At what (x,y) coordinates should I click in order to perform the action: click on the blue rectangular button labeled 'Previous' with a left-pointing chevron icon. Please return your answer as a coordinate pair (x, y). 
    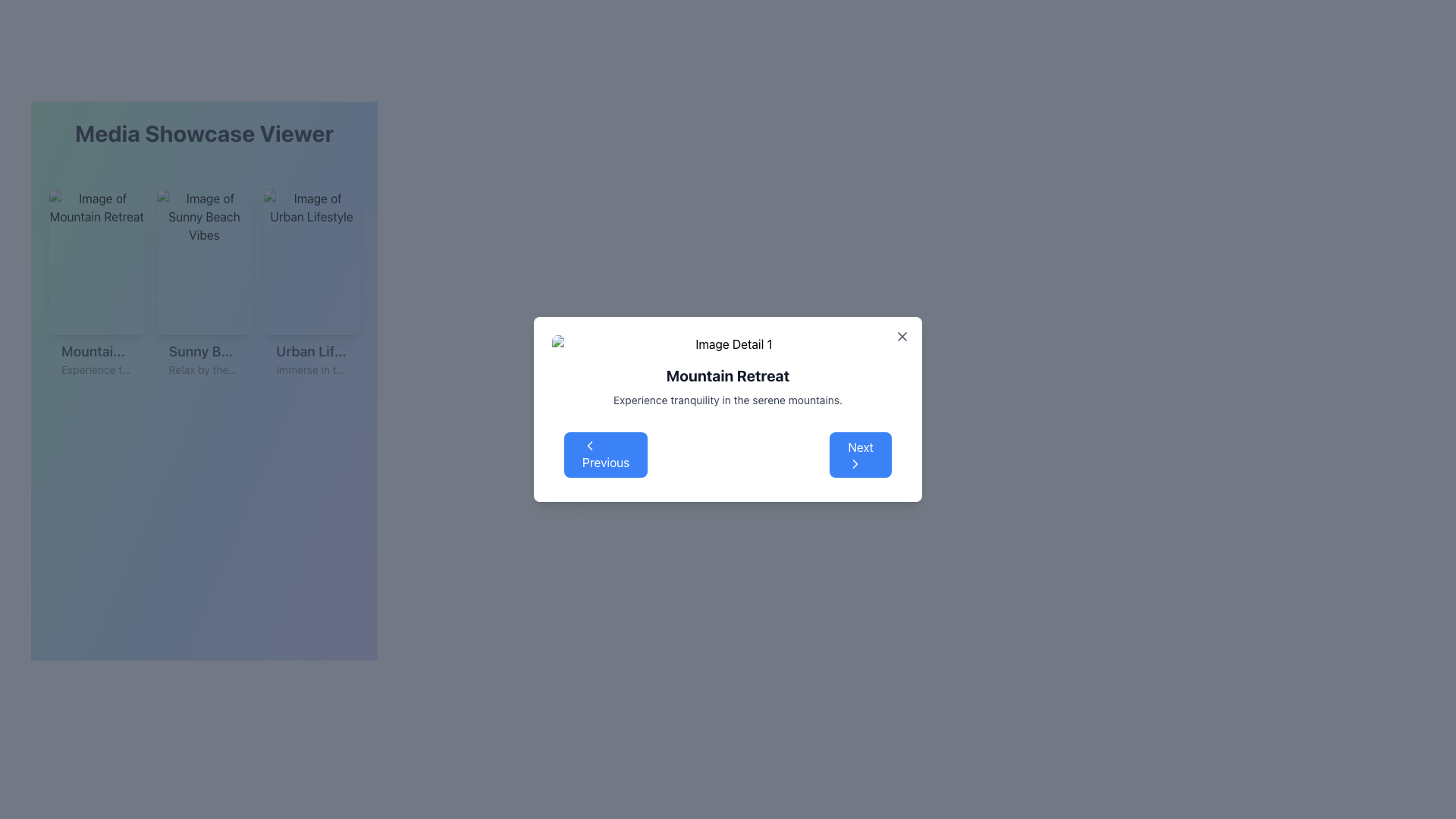
    Looking at the image, I should click on (605, 454).